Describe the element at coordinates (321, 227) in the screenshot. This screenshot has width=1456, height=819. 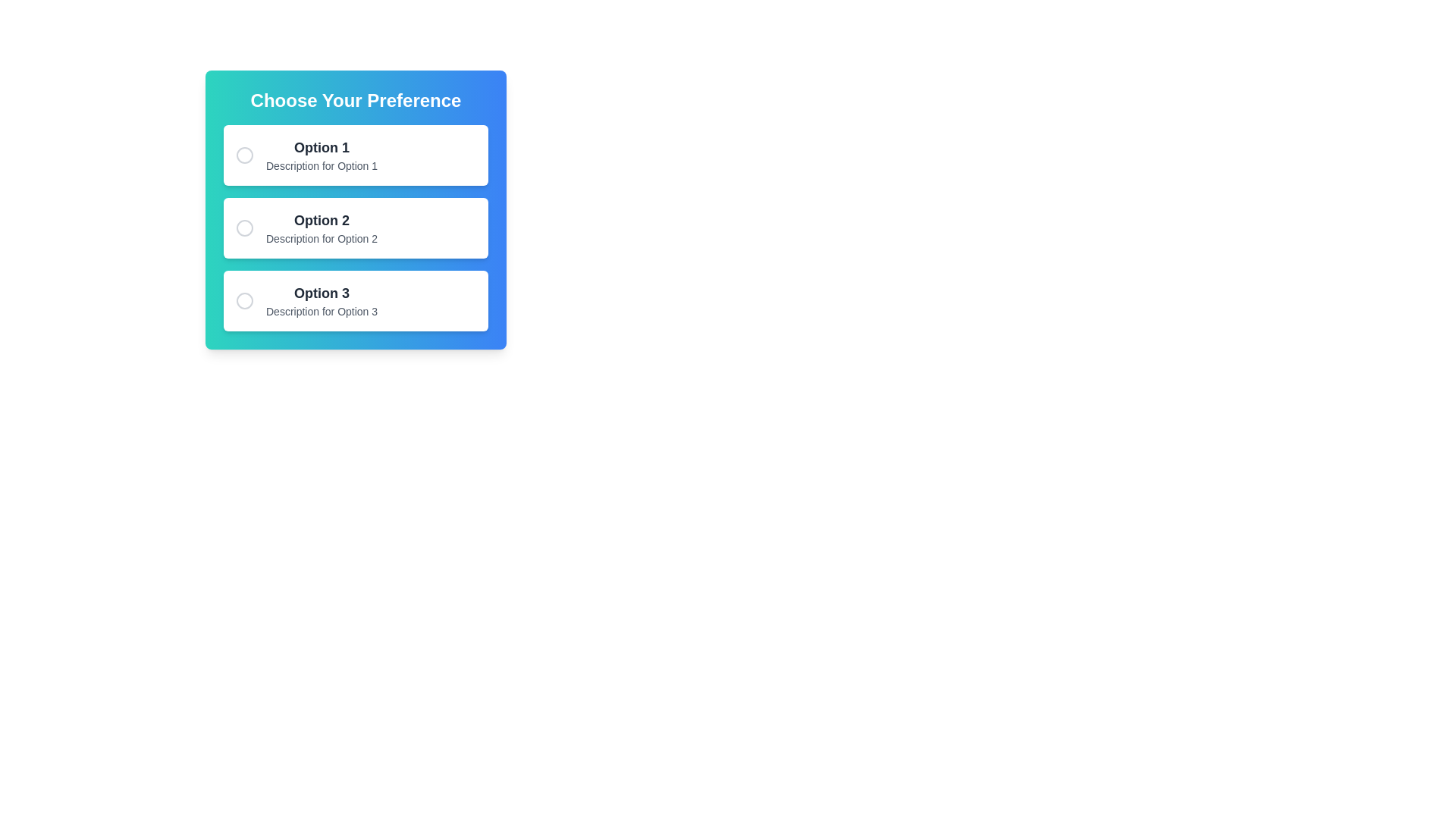
I see `the label and description for the second selection option in the preference selection interface to trigger hover effects` at that location.